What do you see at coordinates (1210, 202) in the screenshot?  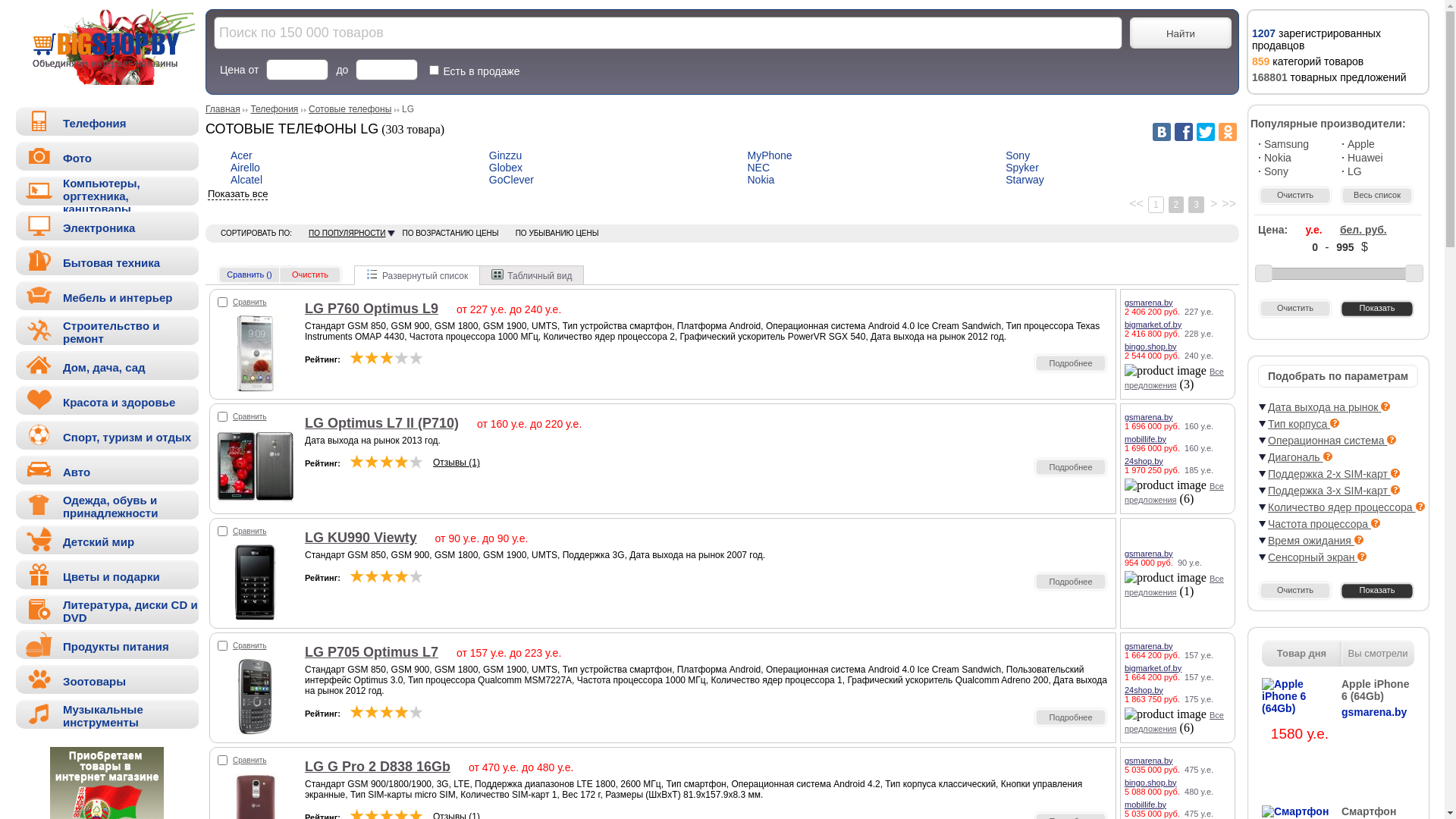 I see `'>'` at bounding box center [1210, 202].